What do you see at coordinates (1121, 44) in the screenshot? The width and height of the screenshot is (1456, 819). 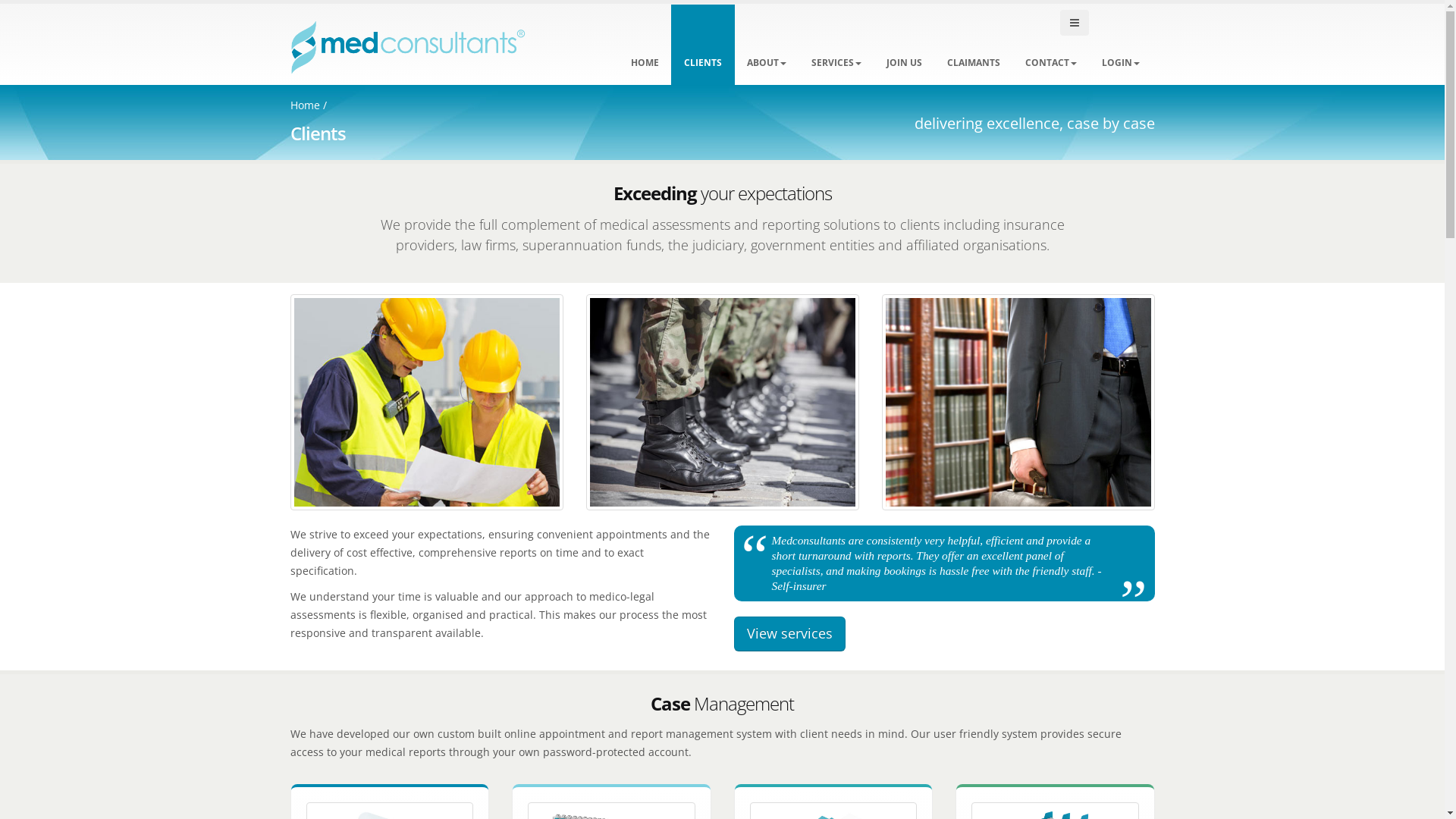 I see `'LOGIN'` at bounding box center [1121, 44].